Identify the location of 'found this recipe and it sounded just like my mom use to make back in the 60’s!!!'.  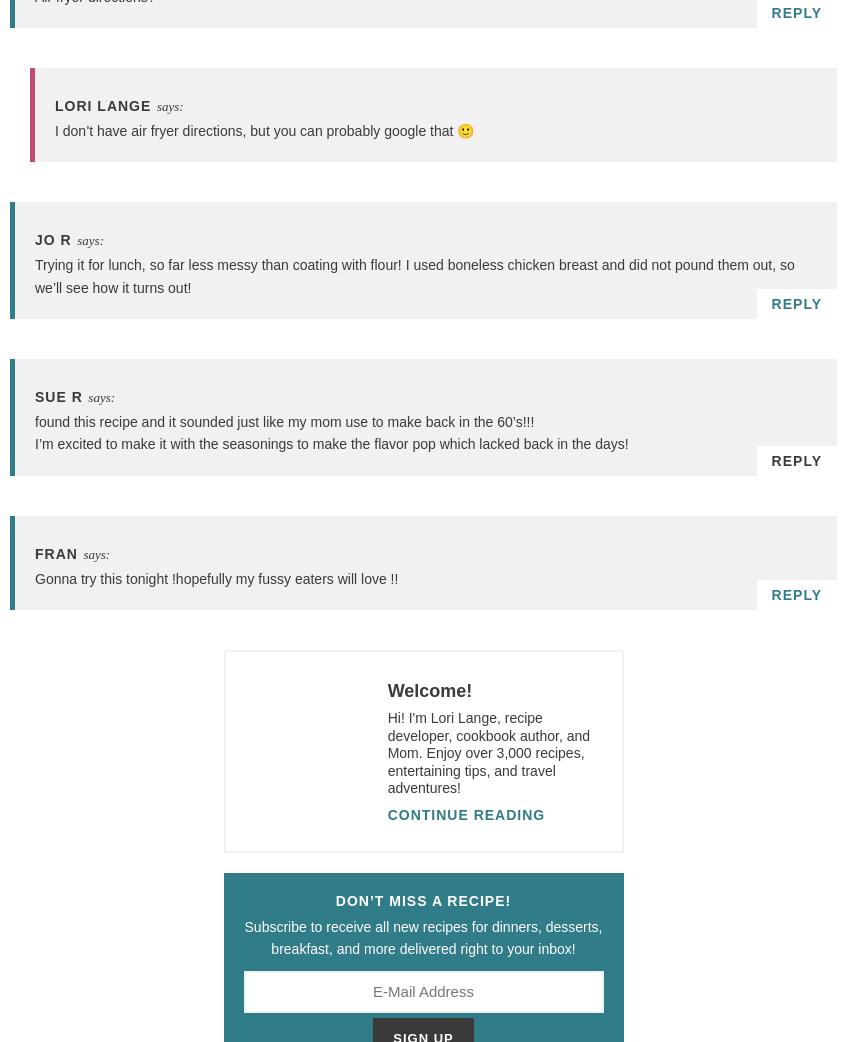
(284, 421).